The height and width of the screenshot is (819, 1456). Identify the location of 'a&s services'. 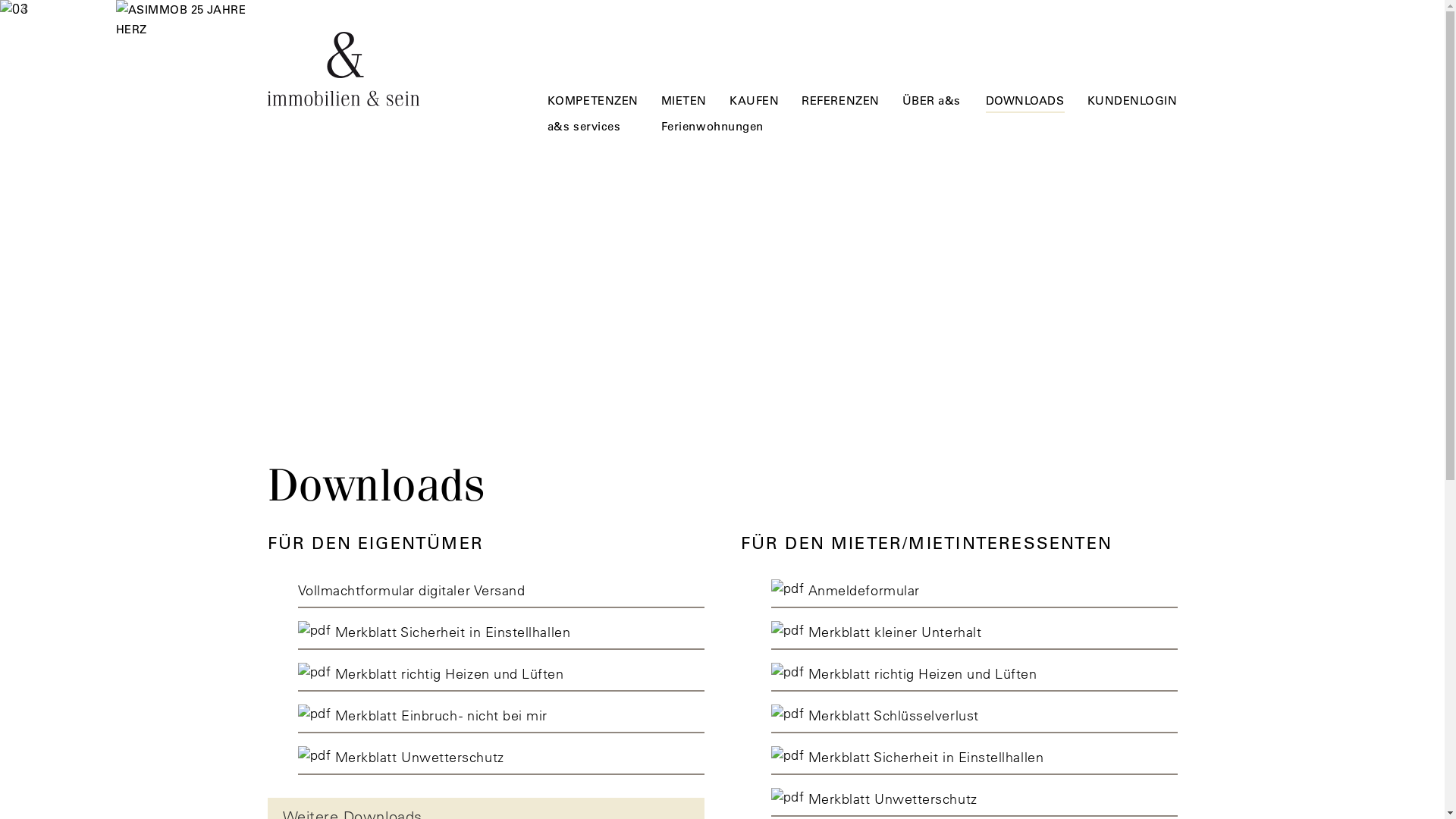
(582, 127).